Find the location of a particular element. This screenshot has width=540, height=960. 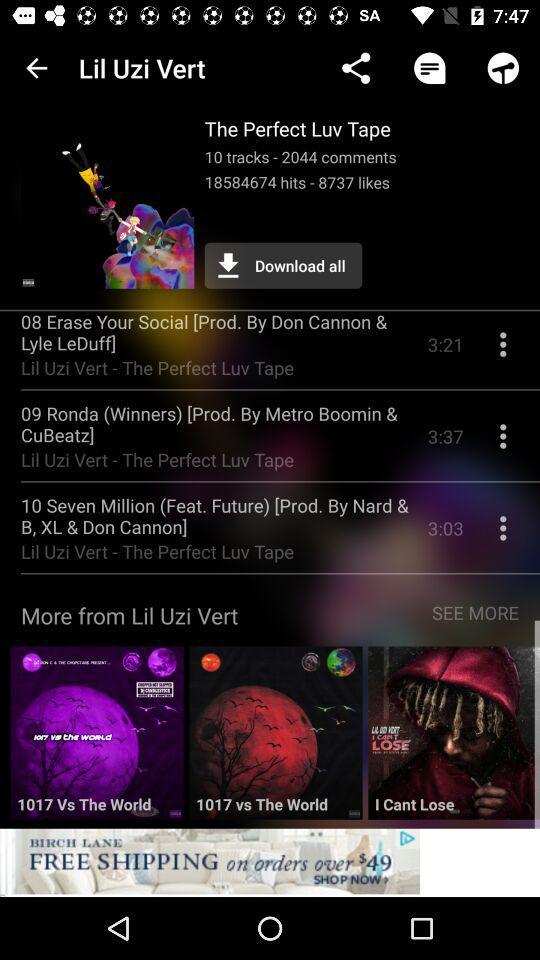

item above the perfect luv icon is located at coordinates (355, 68).